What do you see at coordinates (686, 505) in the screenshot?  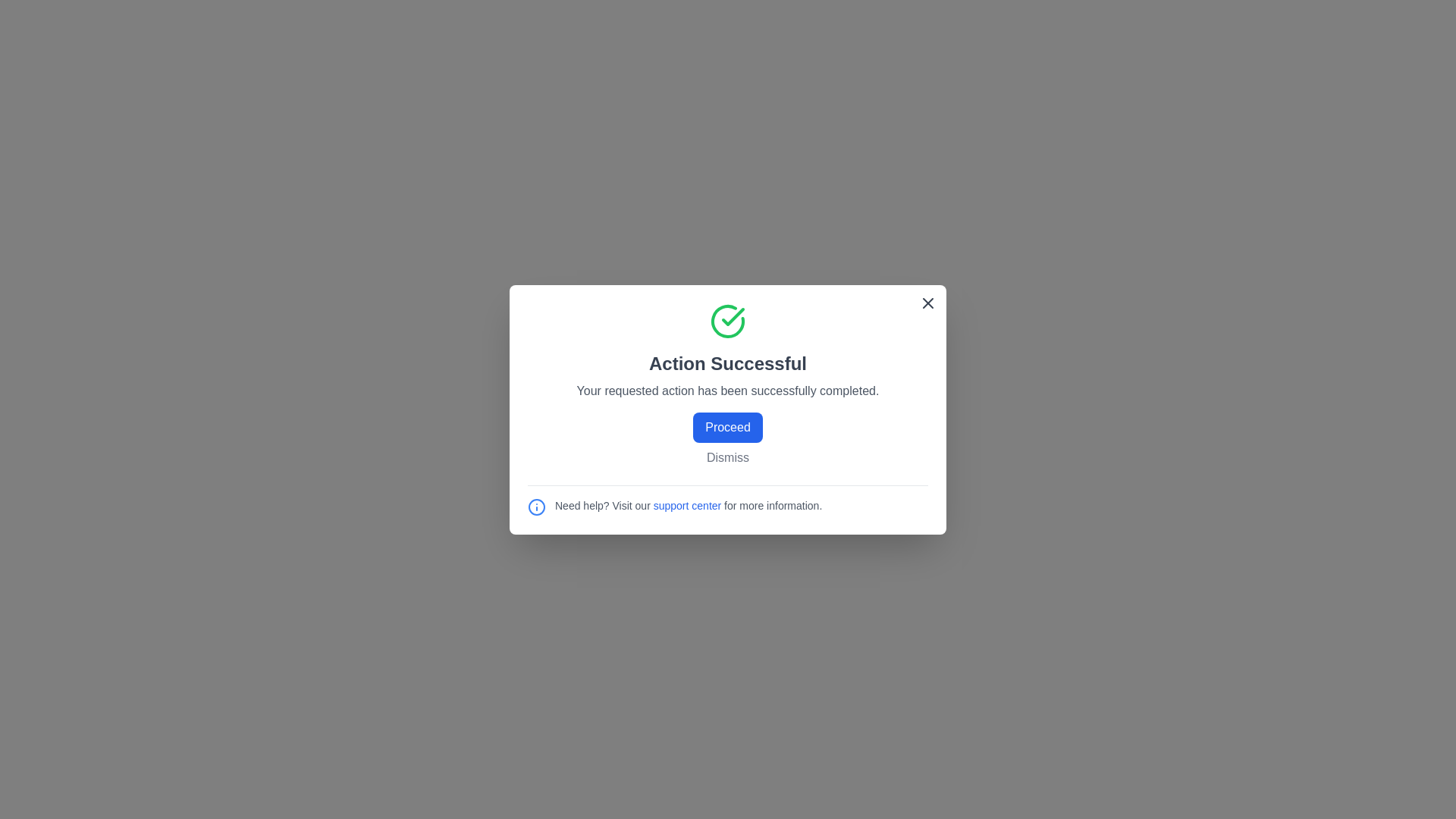 I see `the hyperlink 'support center' located at the bottom of a modal dialog` at bounding box center [686, 505].